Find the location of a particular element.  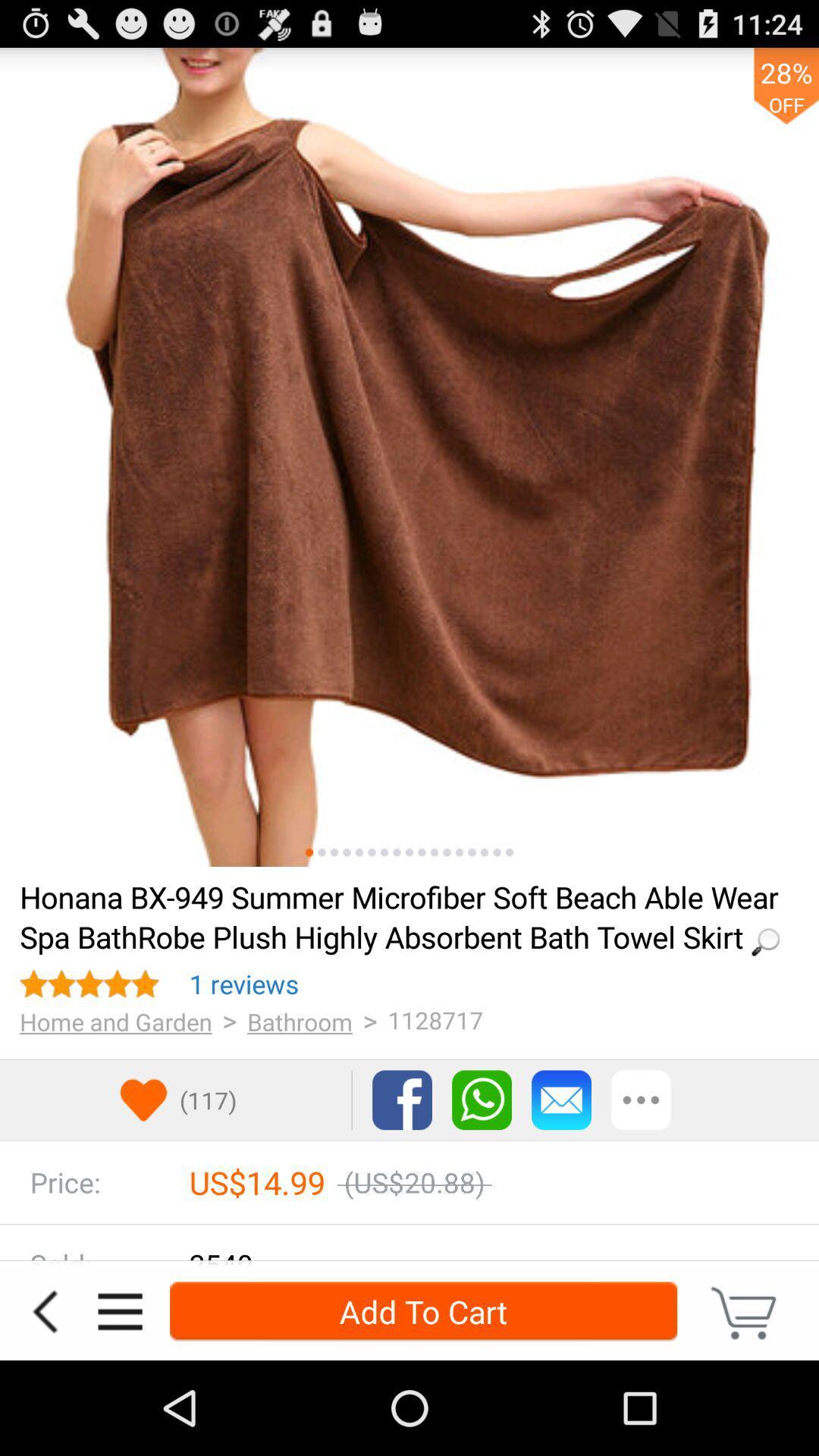

menu is located at coordinates (119, 1310).